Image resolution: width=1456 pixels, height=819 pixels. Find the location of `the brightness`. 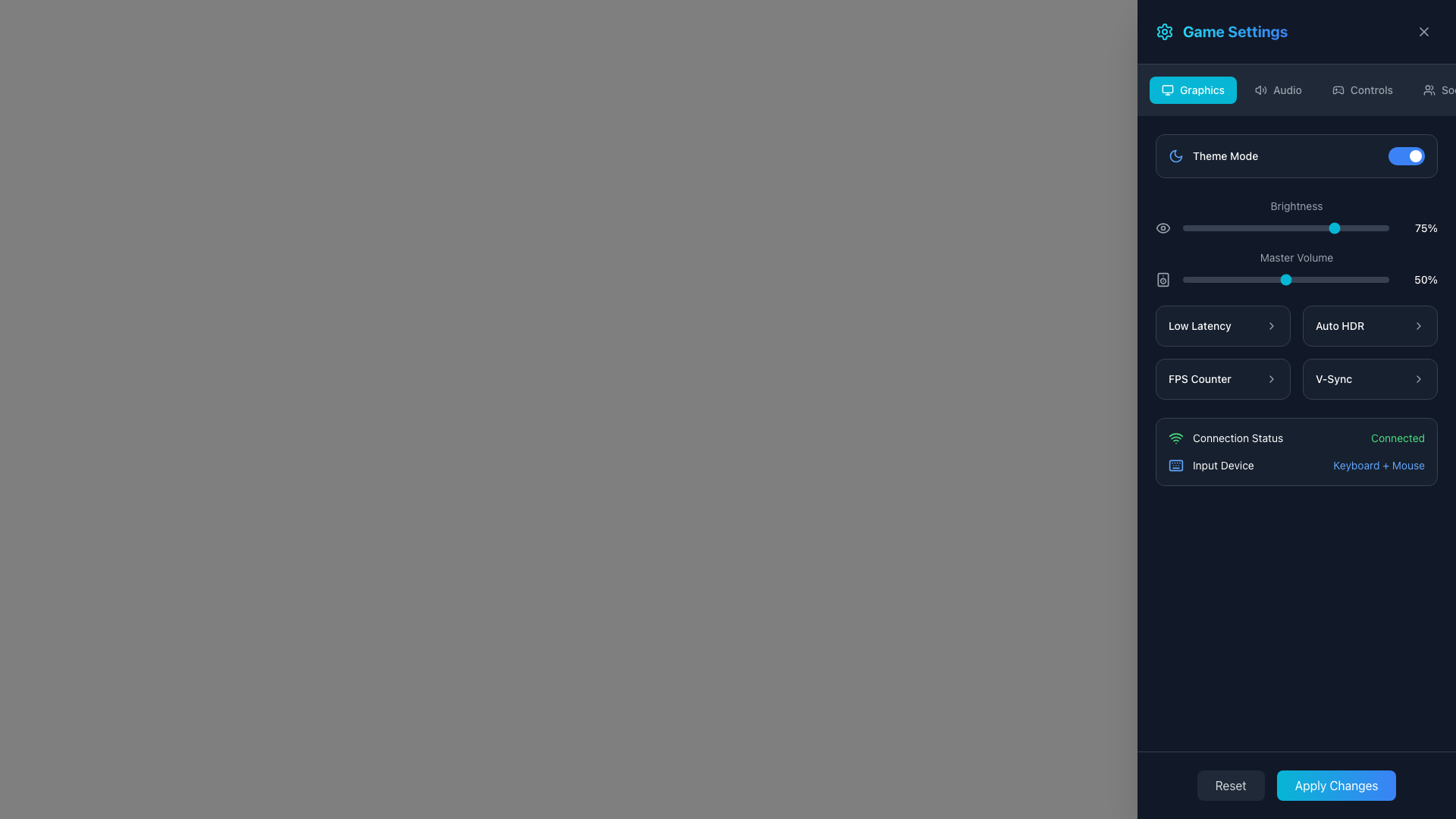

the brightness is located at coordinates (1373, 227).